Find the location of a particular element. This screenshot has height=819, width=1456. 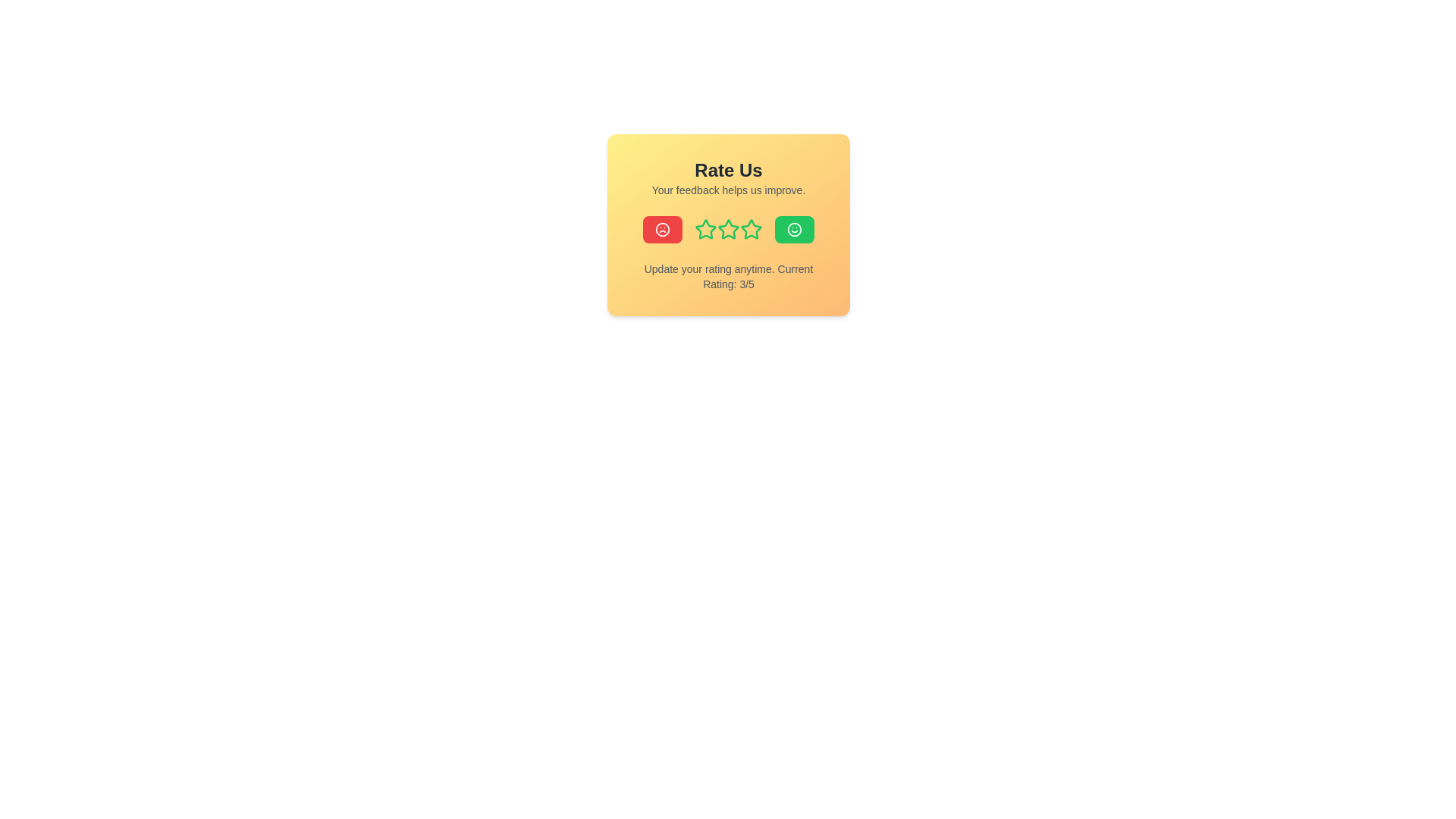

the positive feedback button located to the far right of the group of elements, adjacent to the grid of rating stars, to observe its hover effect is located at coordinates (793, 230).